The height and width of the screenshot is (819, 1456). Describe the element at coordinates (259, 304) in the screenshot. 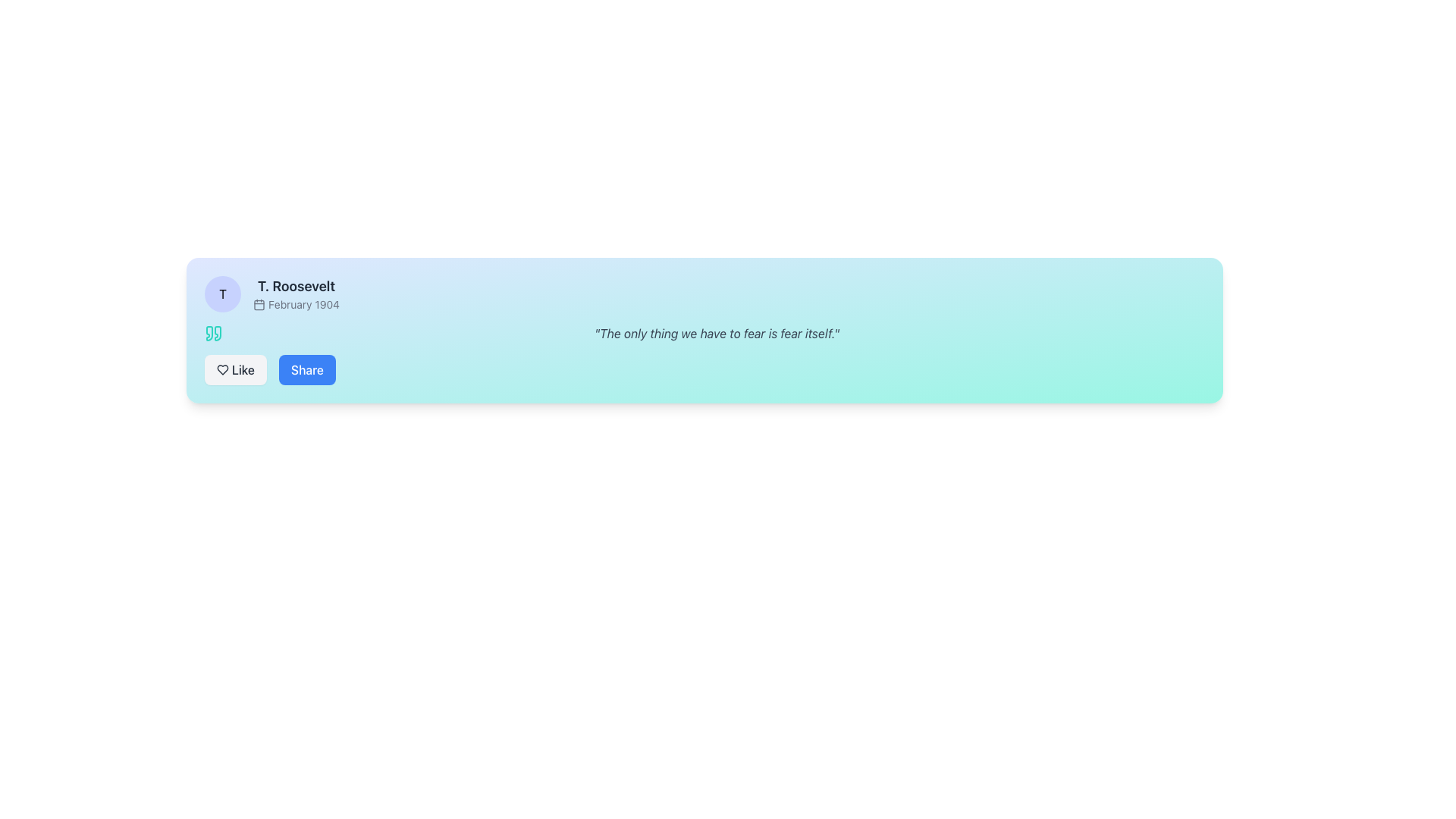

I see `the calendar icon located to the left of the text 'February 1904' and below 'T. Roosevelt' in the top-left corner of the card` at that location.